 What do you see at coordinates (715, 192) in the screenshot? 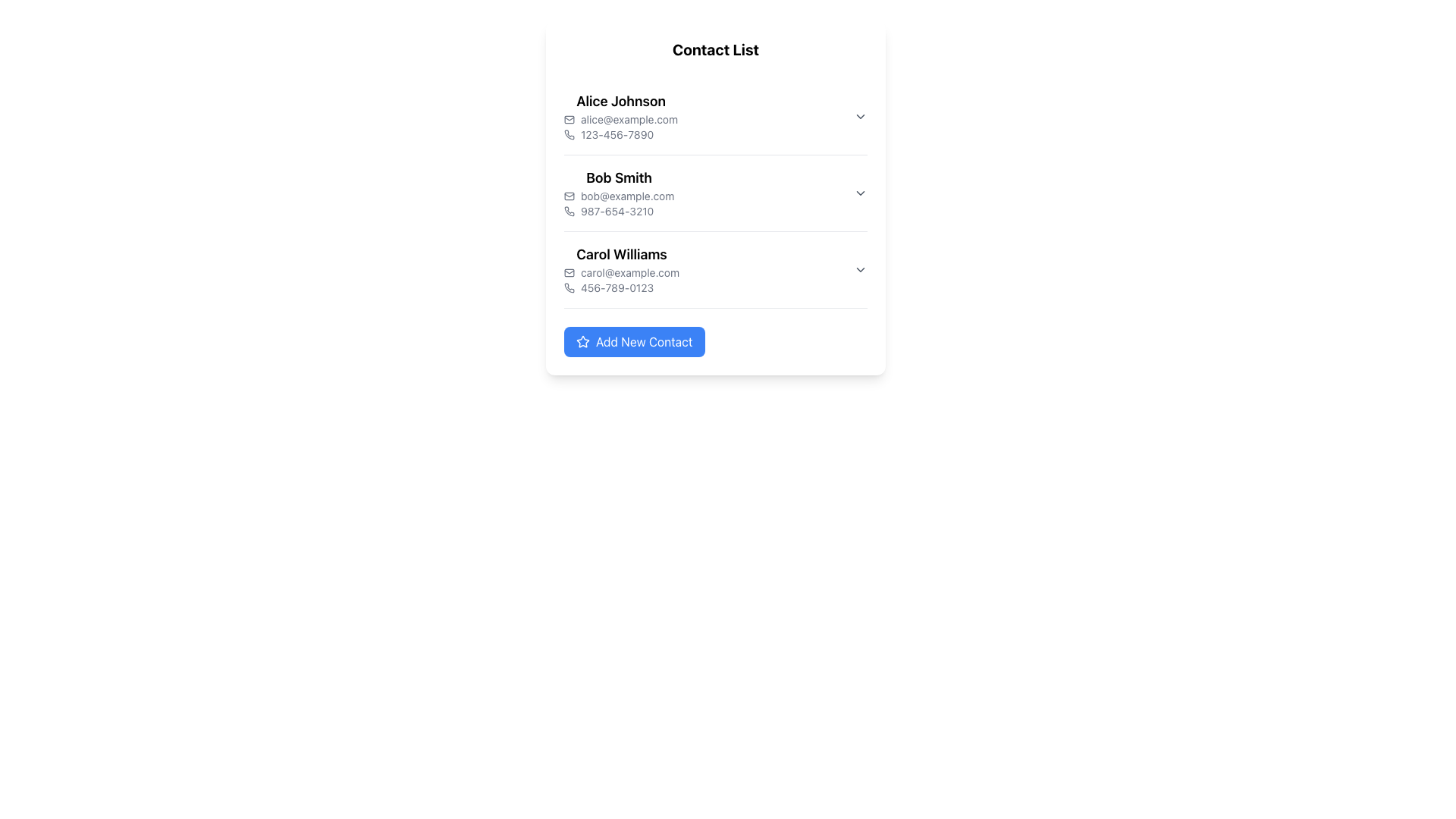
I see `the Contact Information Block displaying contact information for 'Bob Smith', which is the second entry in the list of contacts` at bounding box center [715, 192].